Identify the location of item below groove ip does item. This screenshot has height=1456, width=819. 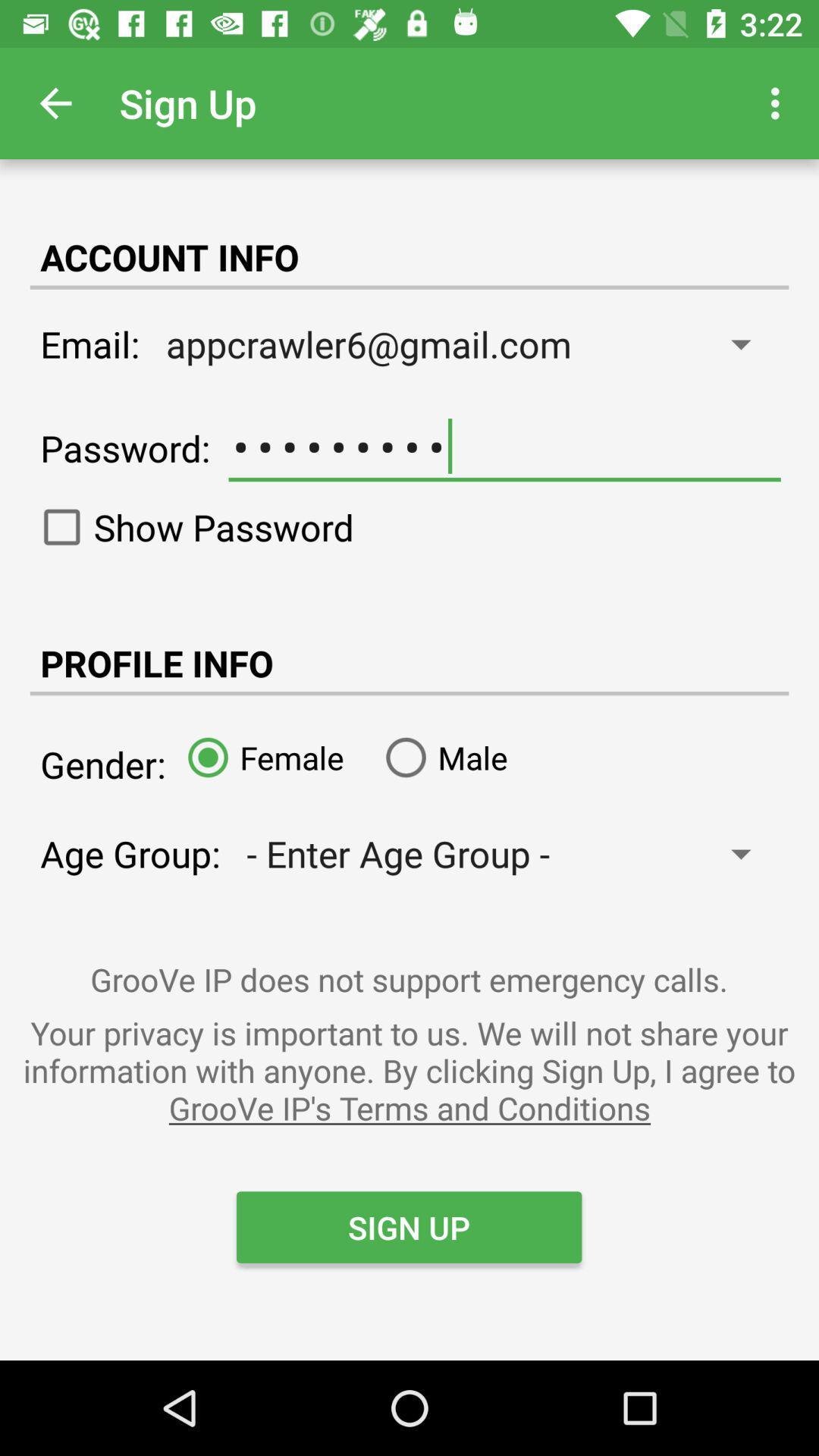
(409, 1069).